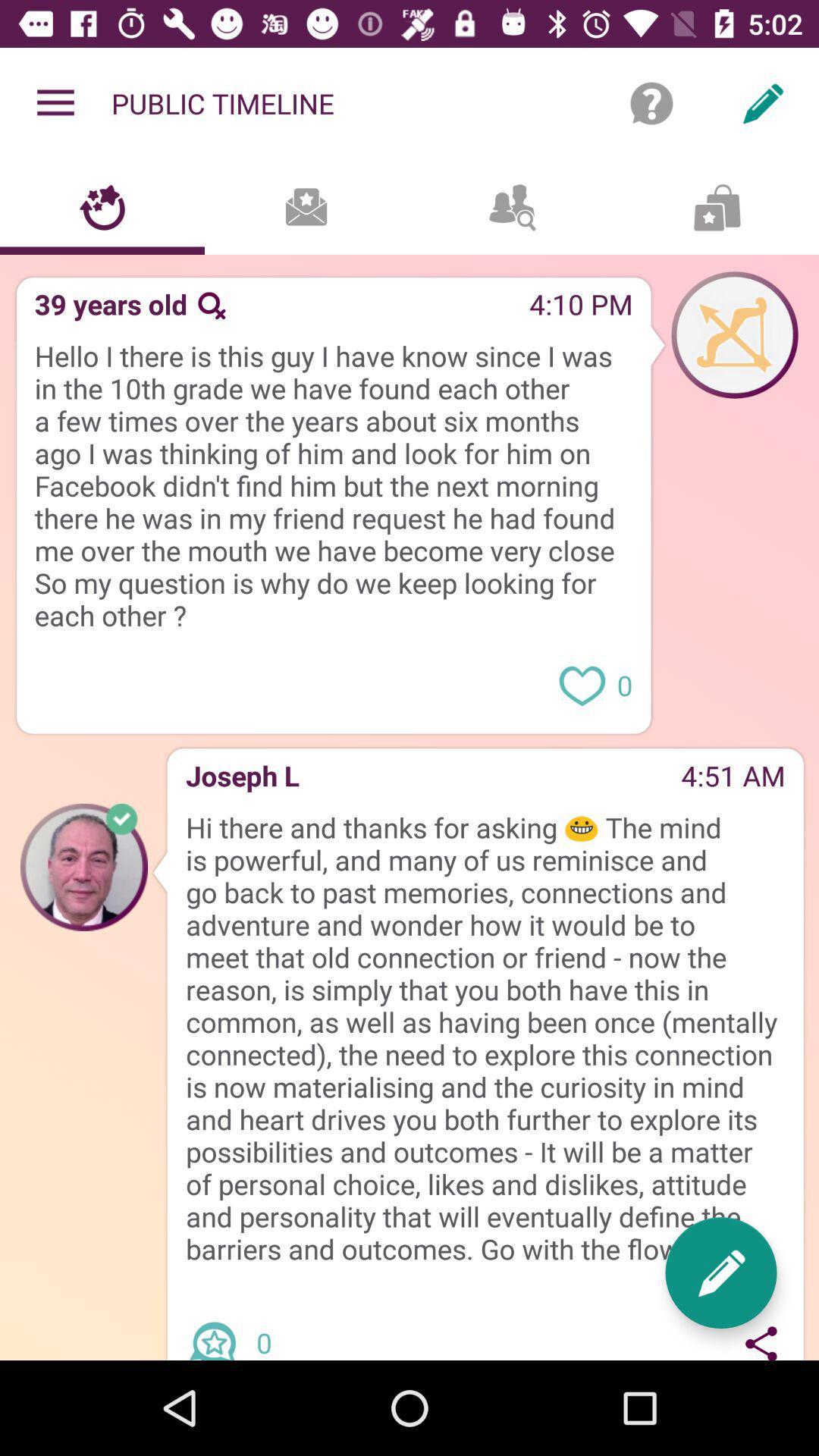  What do you see at coordinates (490, 780) in the screenshot?
I see `the item next to joseph l item` at bounding box center [490, 780].